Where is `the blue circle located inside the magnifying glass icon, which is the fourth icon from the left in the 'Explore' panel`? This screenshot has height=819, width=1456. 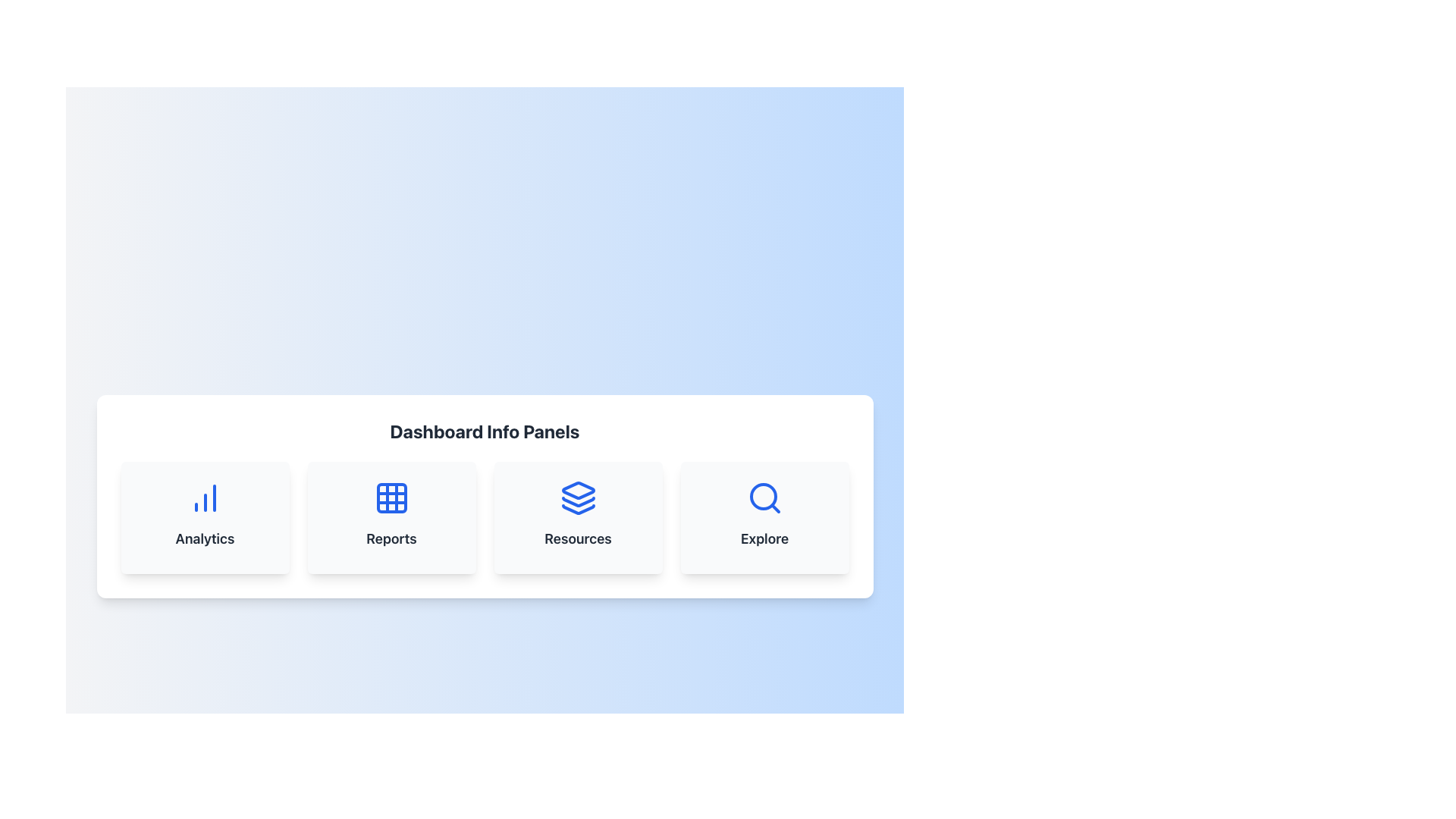
the blue circle located inside the magnifying glass icon, which is the fourth icon from the left in the 'Explore' panel is located at coordinates (763, 497).